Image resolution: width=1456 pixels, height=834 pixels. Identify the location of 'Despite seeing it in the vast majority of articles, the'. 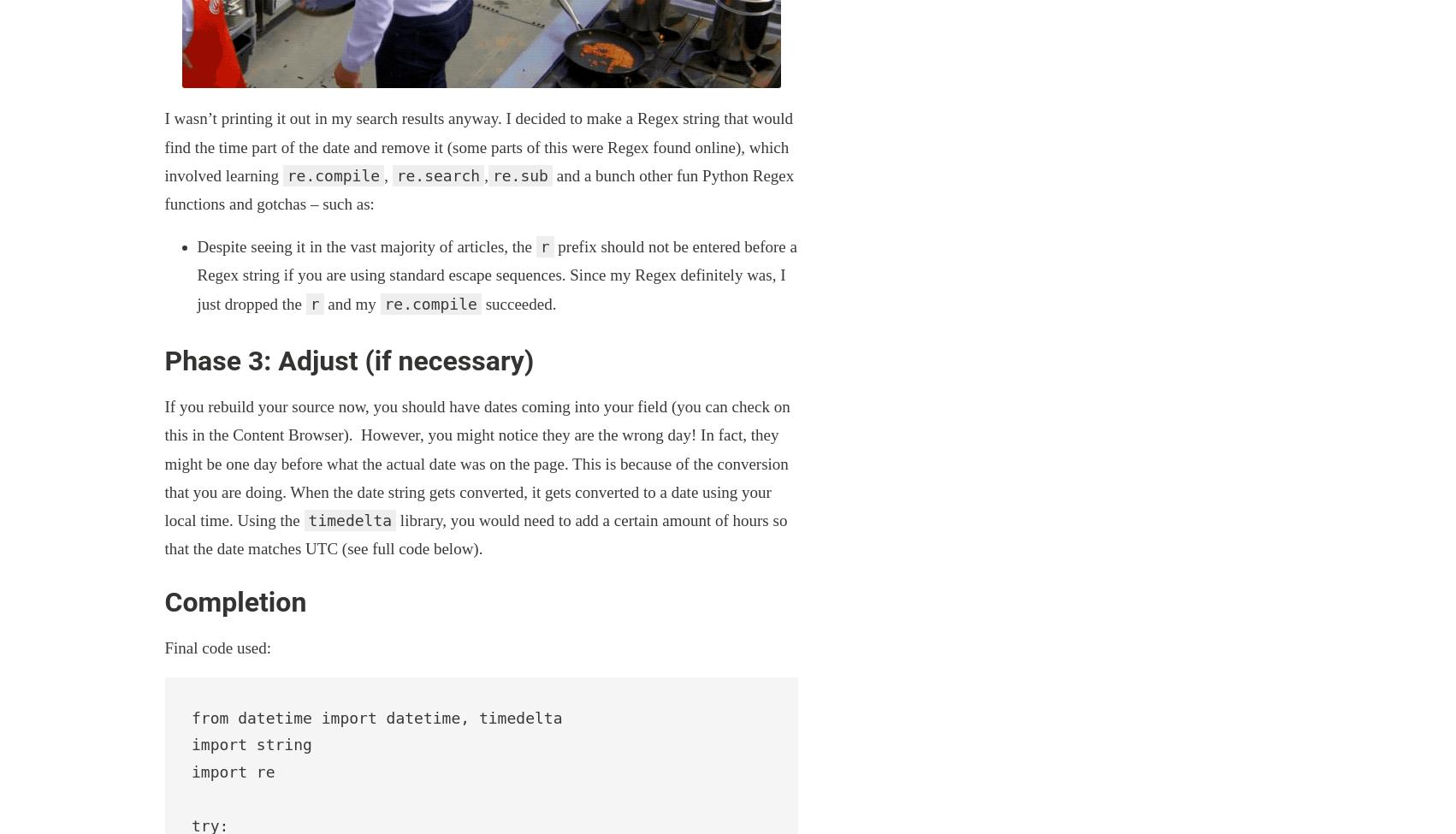
(365, 246).